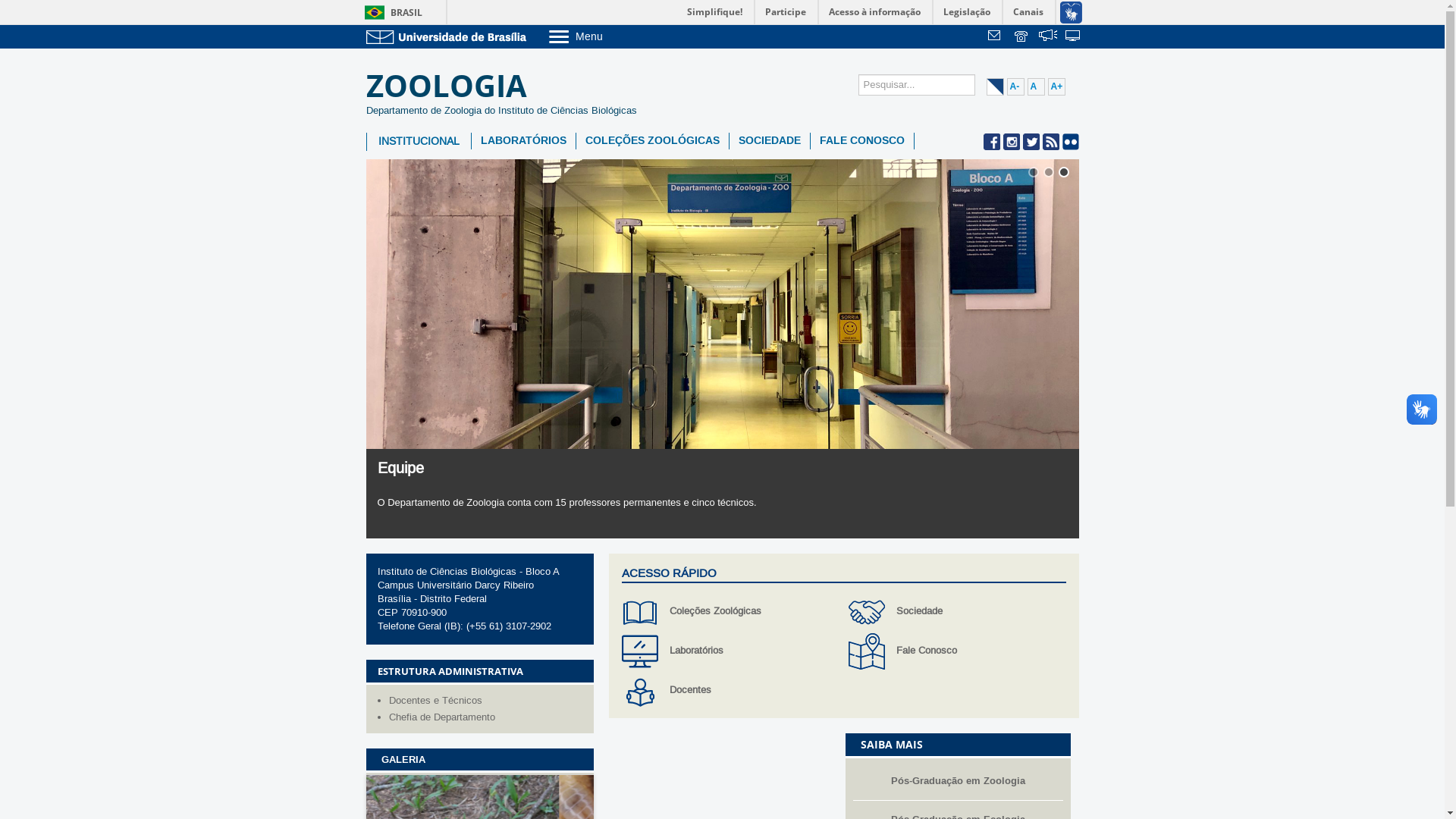 The width and height of the screenshot is (1456, 819). Describe the element at coordinates (1012, 36) in the screenshot. I see `'Telefones da UnB'` at that location.